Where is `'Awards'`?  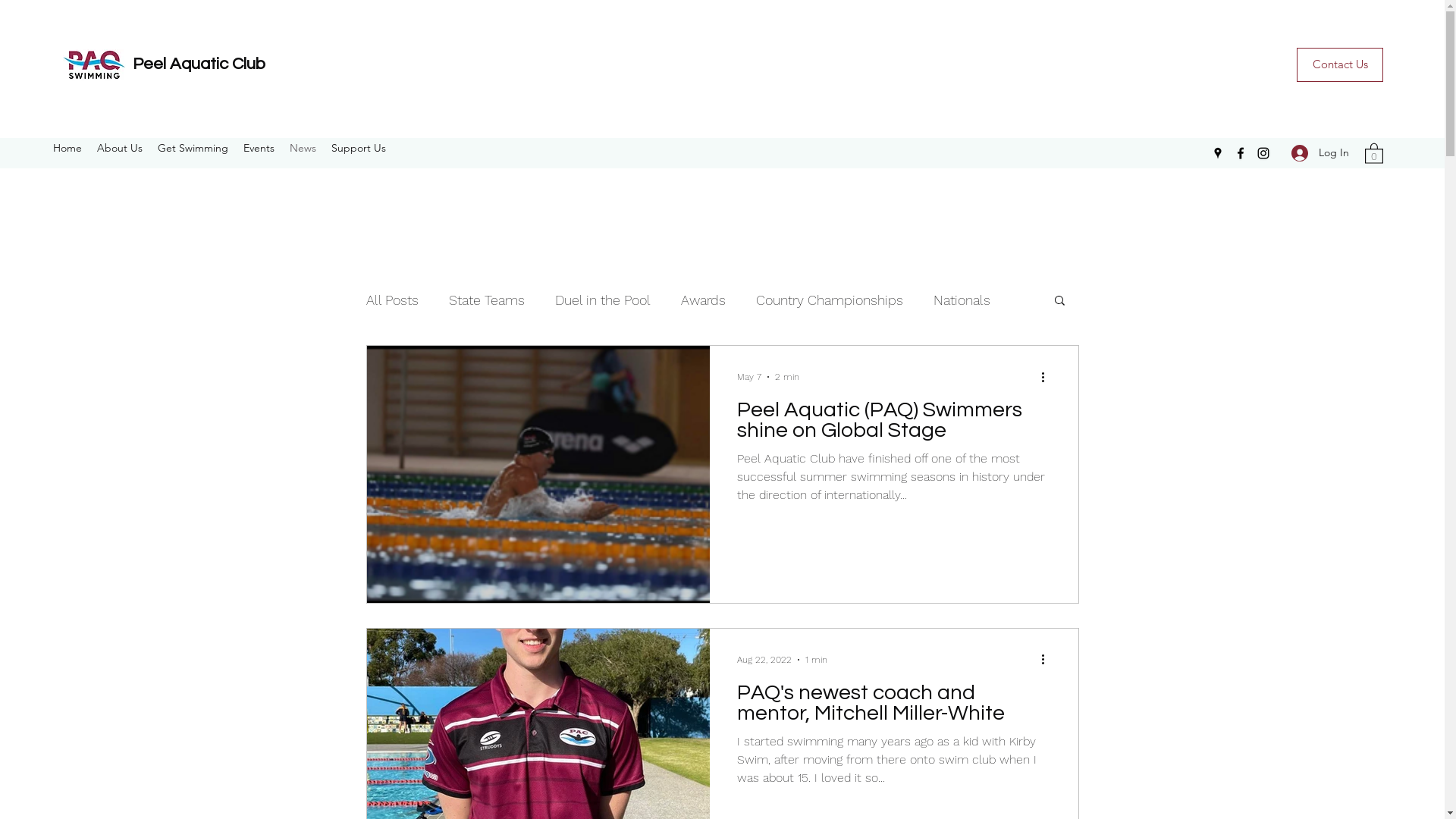
'Awards' is located at coordinates (702, 299).